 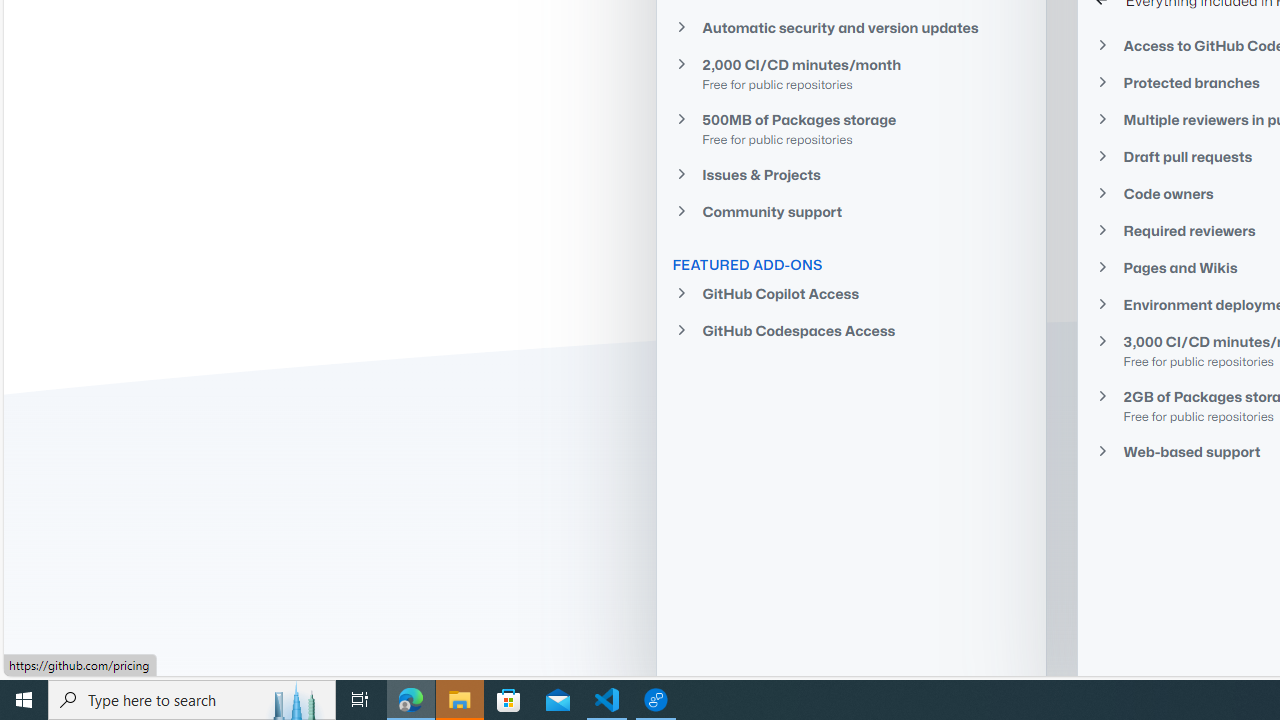 I want to click on '500MB of Packages storageFree for public repositories', so click(x=851, y=128).